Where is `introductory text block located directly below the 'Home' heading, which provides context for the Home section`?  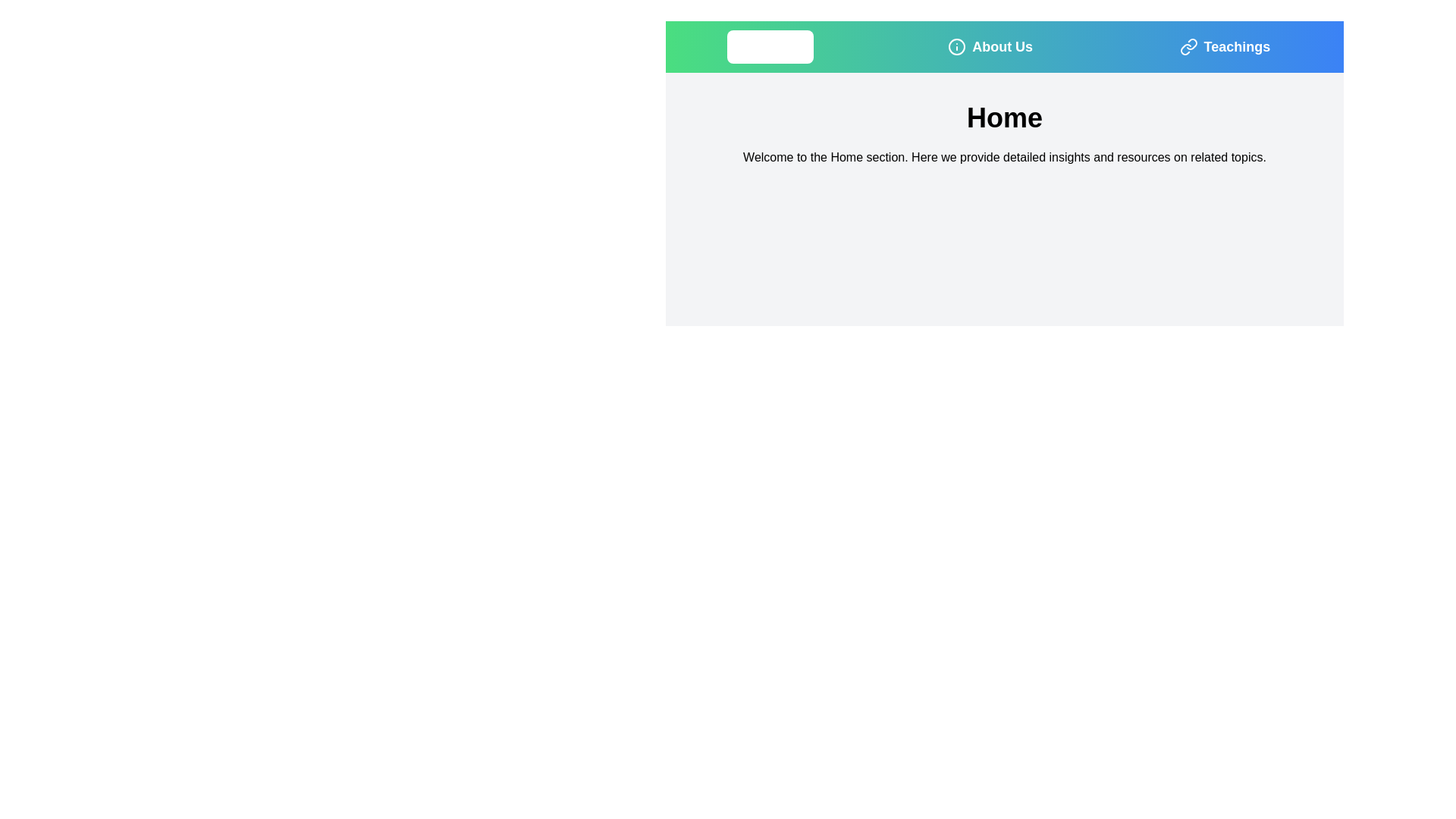
introductory text block located directly below the 'Home' heading, which provides context for the Home section is located at coordinates (1004, 158).